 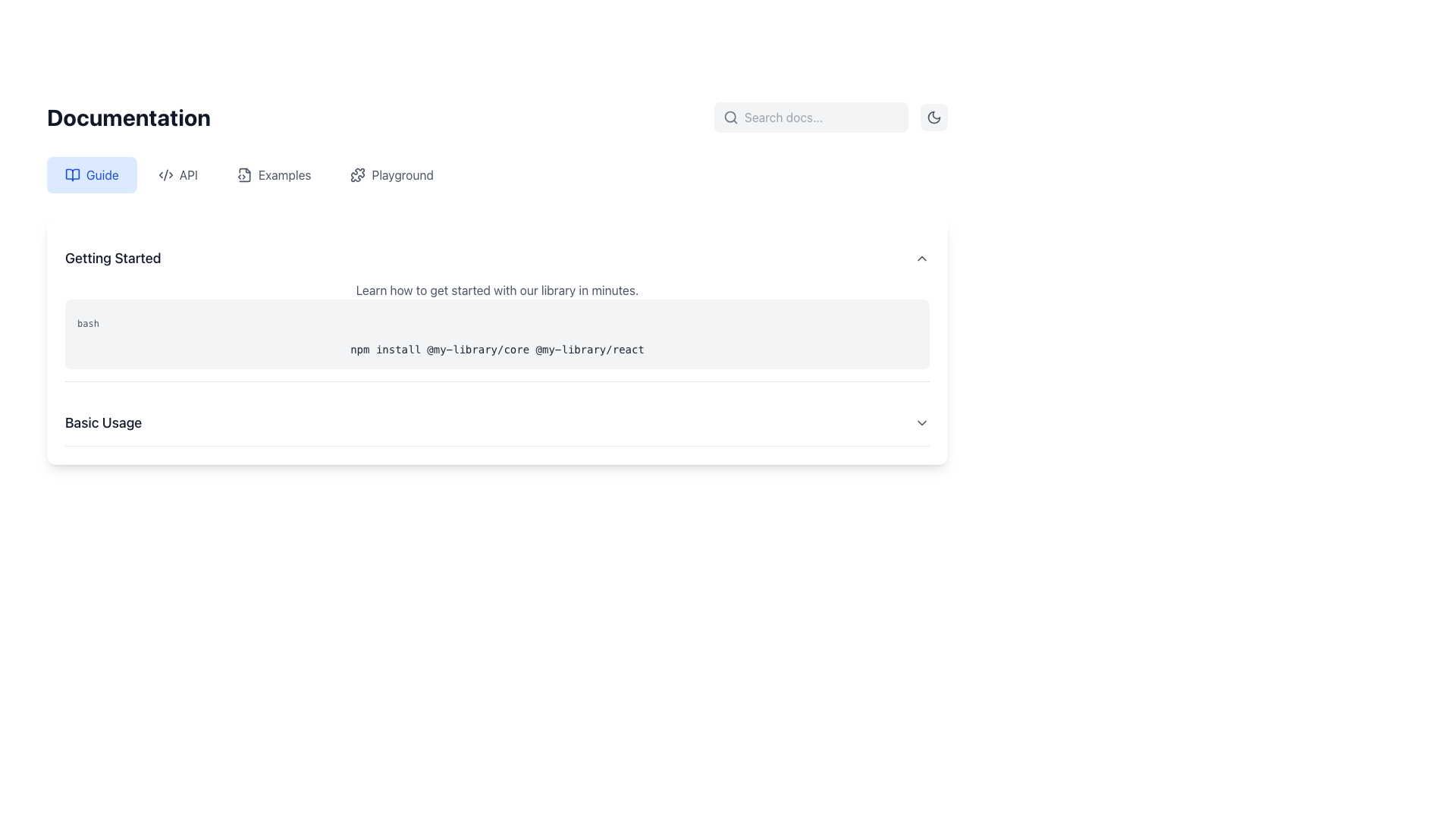 What do you see at coordinates (102, 423) in the screenshot?
I see `the 'Basic Usage' Text Label, which serves as a contextual title indicating a section related to basic usage, located below the 'Getting Started' header` at bounding box center [102, 423].